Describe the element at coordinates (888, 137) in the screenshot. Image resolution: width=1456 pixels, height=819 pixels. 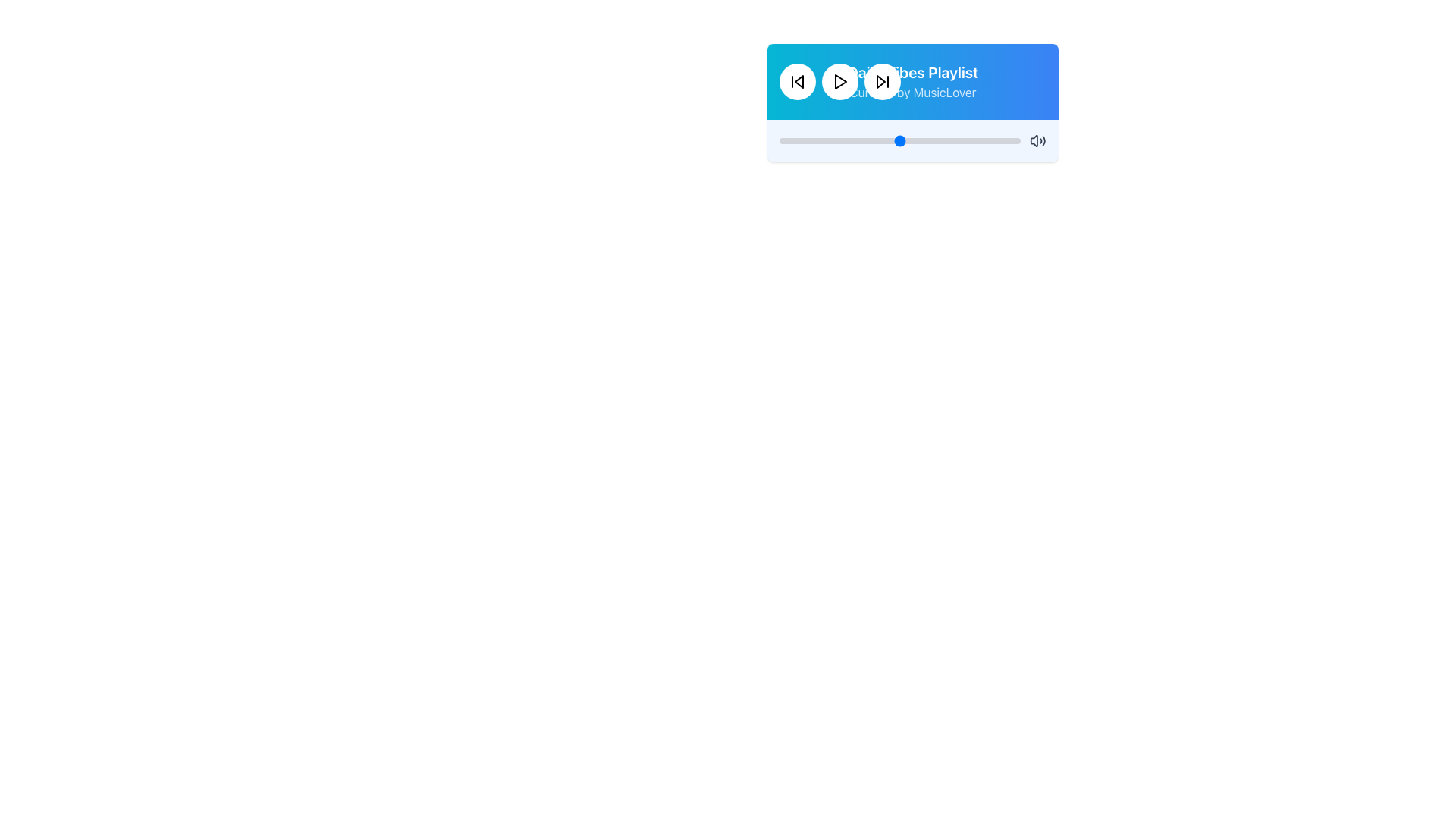
I see `the slider's value` at that location.